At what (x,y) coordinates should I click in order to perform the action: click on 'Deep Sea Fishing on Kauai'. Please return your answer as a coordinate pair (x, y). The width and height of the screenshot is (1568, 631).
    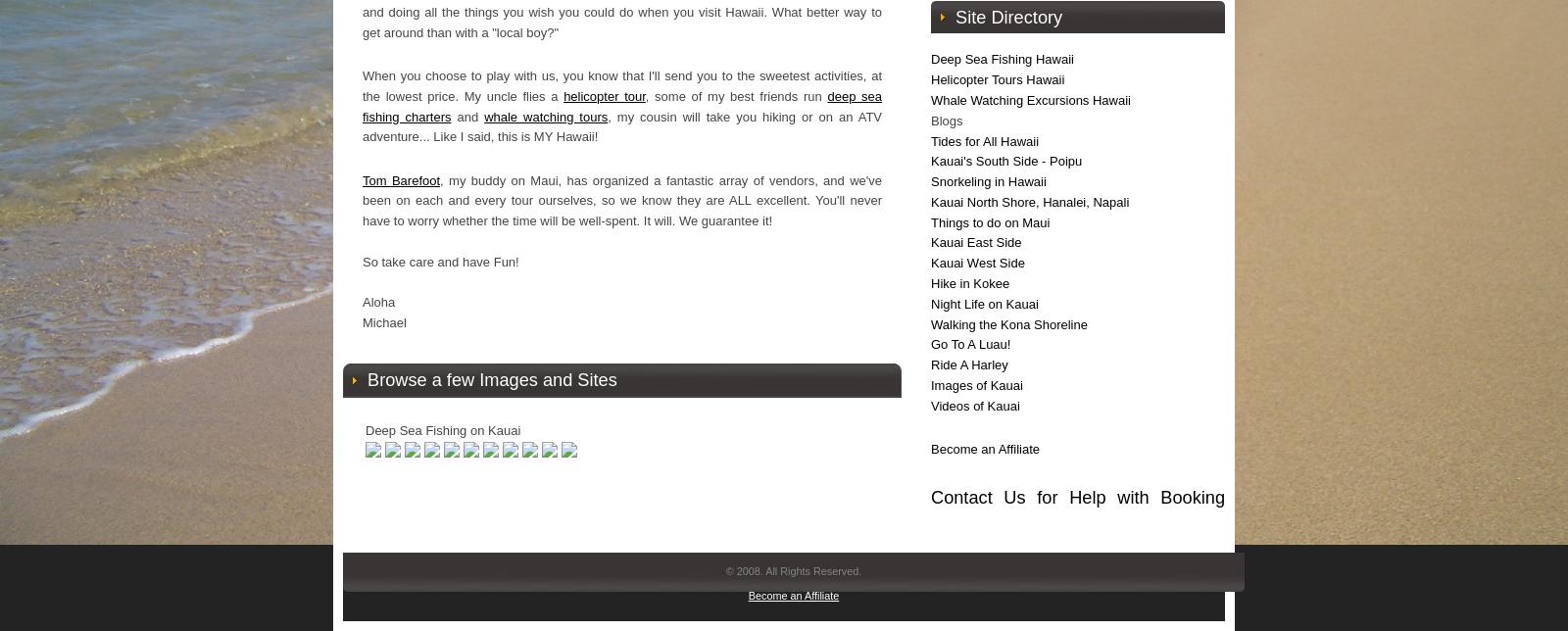
    Looking at the image, I should click on (441, 430).